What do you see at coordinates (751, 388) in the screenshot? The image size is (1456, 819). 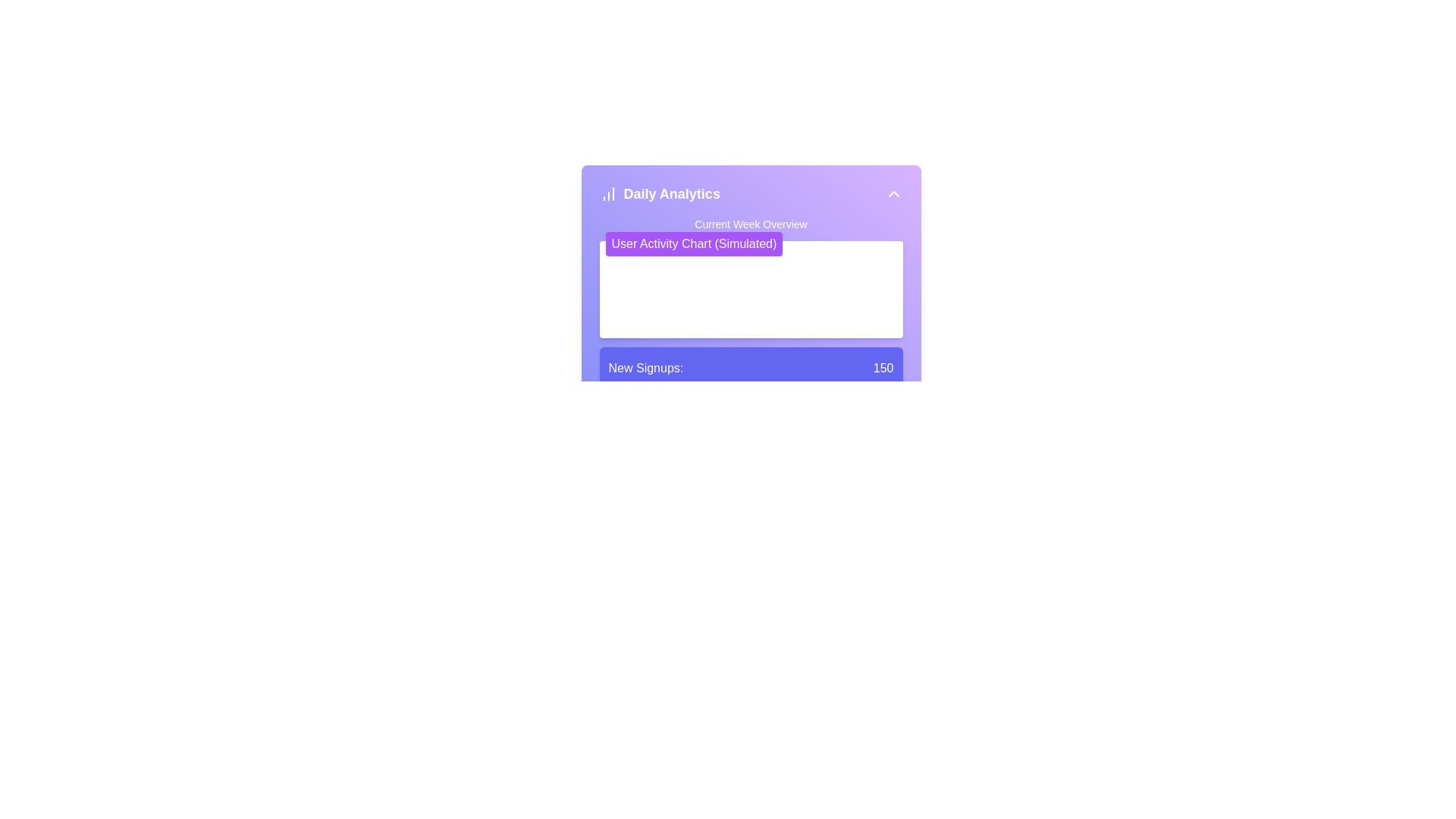 I see `the informational panel displaying analytics data for the current week` at bounding box center [751, 388].